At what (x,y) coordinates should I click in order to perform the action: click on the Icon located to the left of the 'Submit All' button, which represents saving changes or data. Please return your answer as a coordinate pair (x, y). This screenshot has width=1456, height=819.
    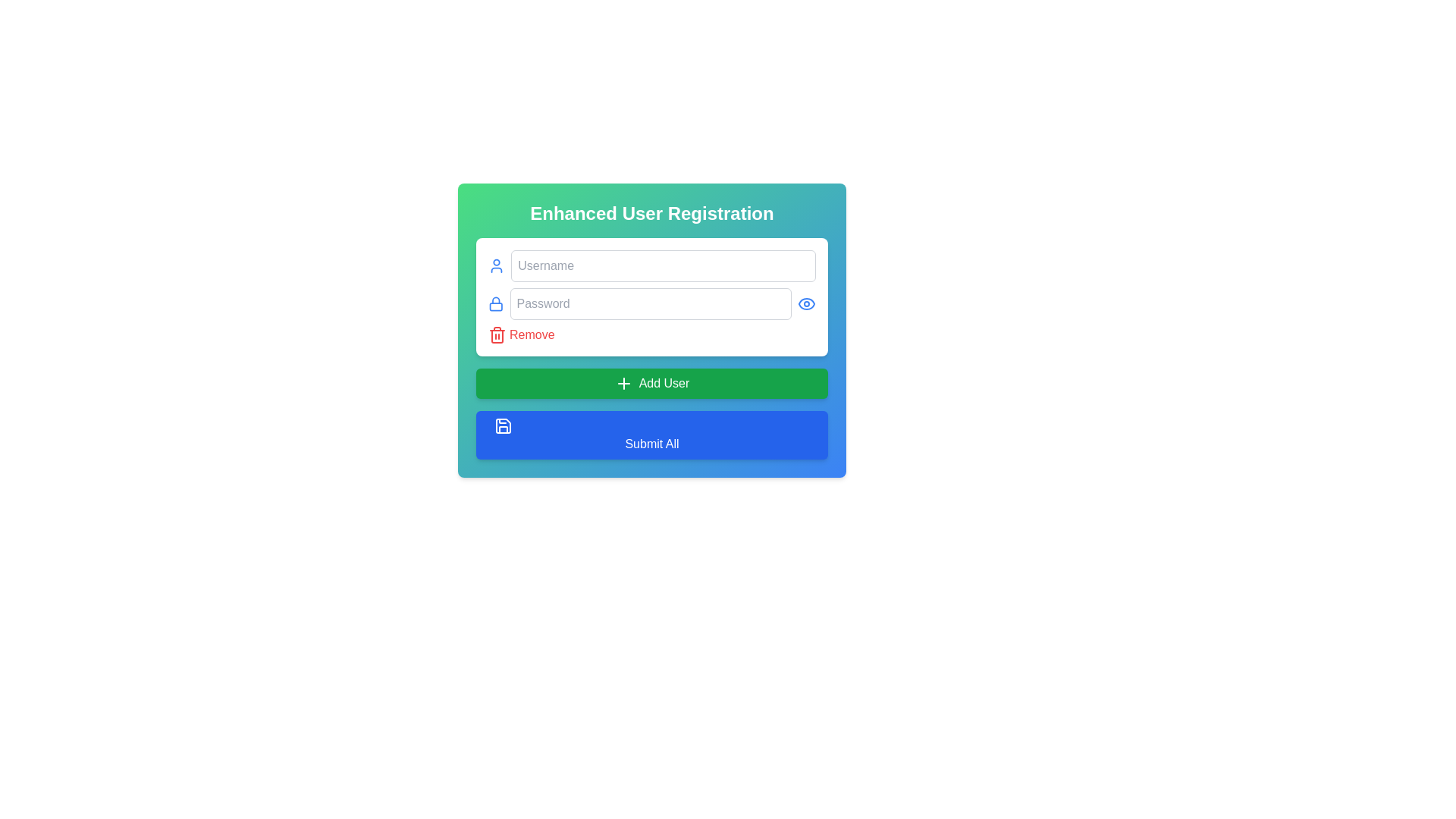
    Looking at the image, I should click on (503, 426).